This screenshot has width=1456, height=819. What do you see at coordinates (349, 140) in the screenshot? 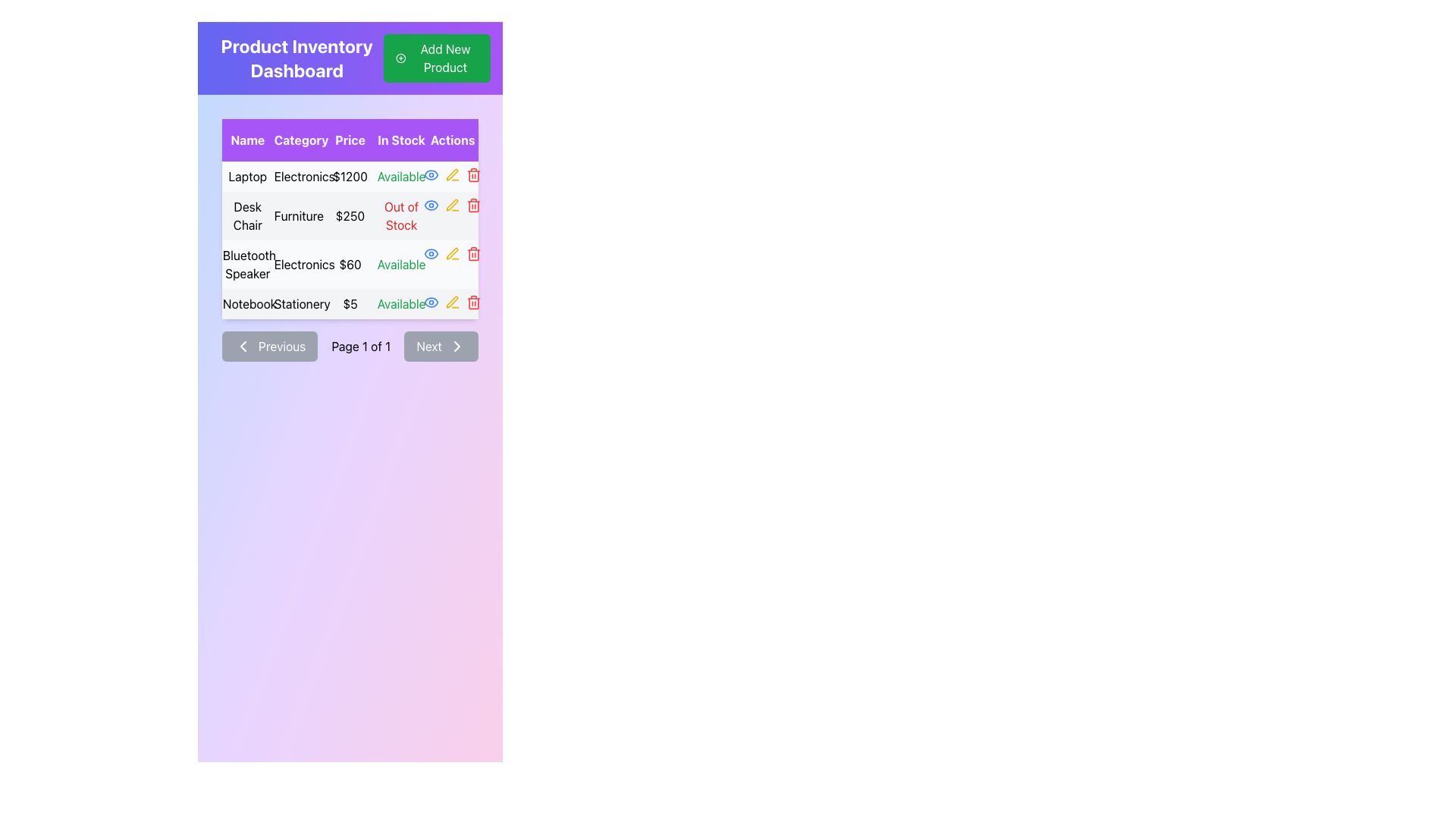
I see `the 'Price' header text label in the table, which is located between the 'Category' and 'In Stock' headers` at bounding box center [349, 140].